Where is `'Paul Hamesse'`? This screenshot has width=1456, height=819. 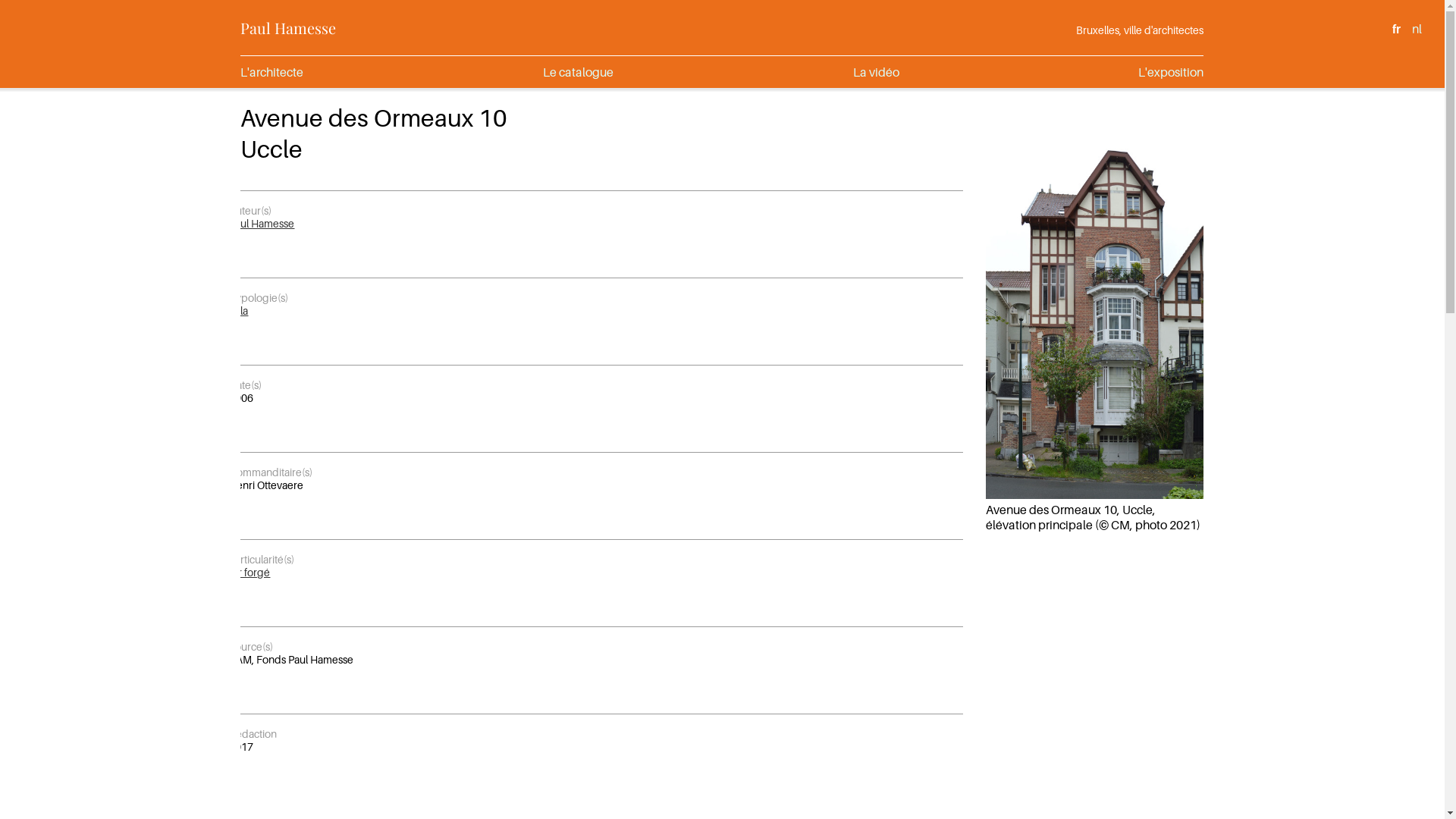
'Paul Hamesse' is located at coordinates (287, 27).